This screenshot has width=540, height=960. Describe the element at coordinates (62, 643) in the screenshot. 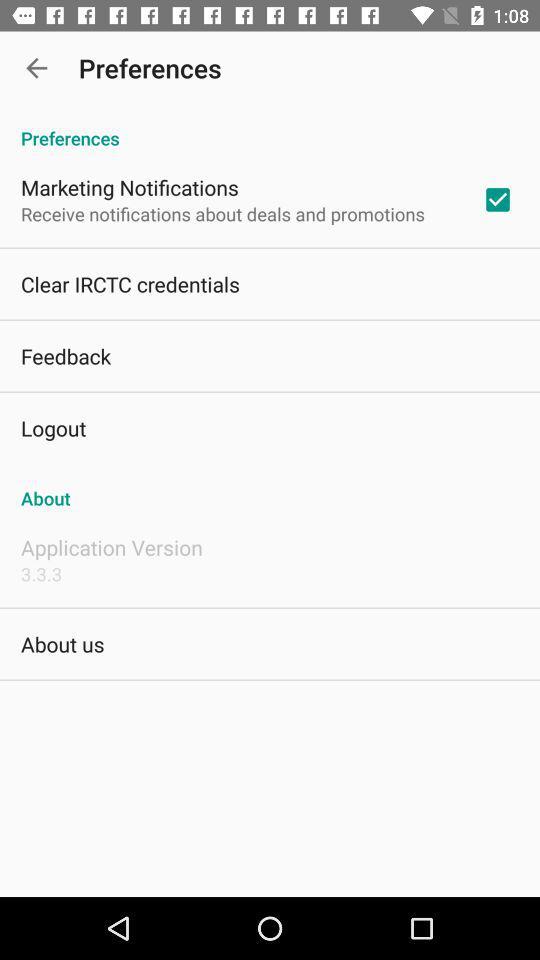

I see `icon at the bottom left corner` at that location.